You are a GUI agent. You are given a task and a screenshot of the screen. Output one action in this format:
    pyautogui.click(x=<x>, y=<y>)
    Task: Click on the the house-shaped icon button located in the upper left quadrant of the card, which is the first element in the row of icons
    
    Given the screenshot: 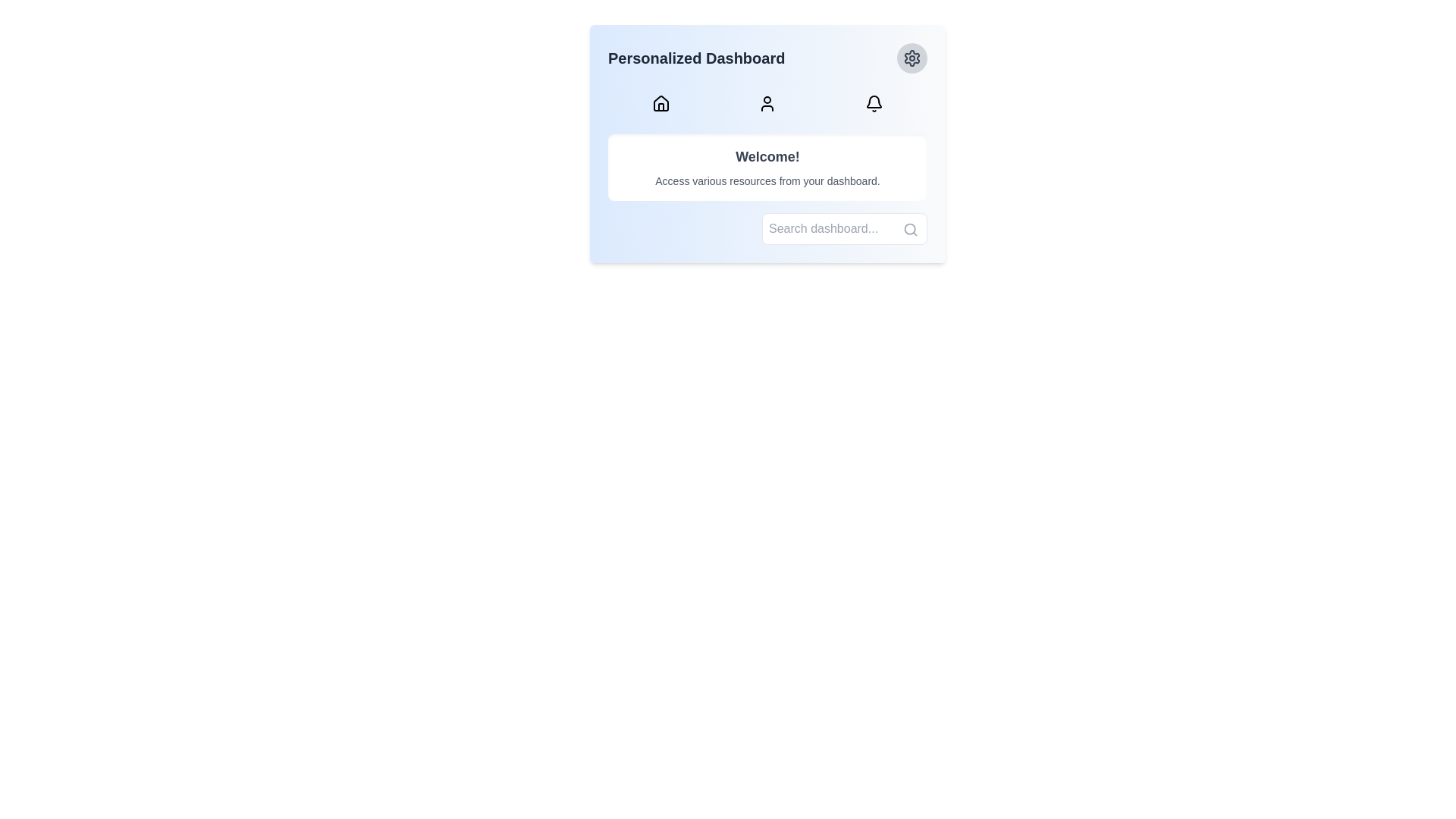 What is the action you would take?
    pyautogui.click(x=661, y=103)
    